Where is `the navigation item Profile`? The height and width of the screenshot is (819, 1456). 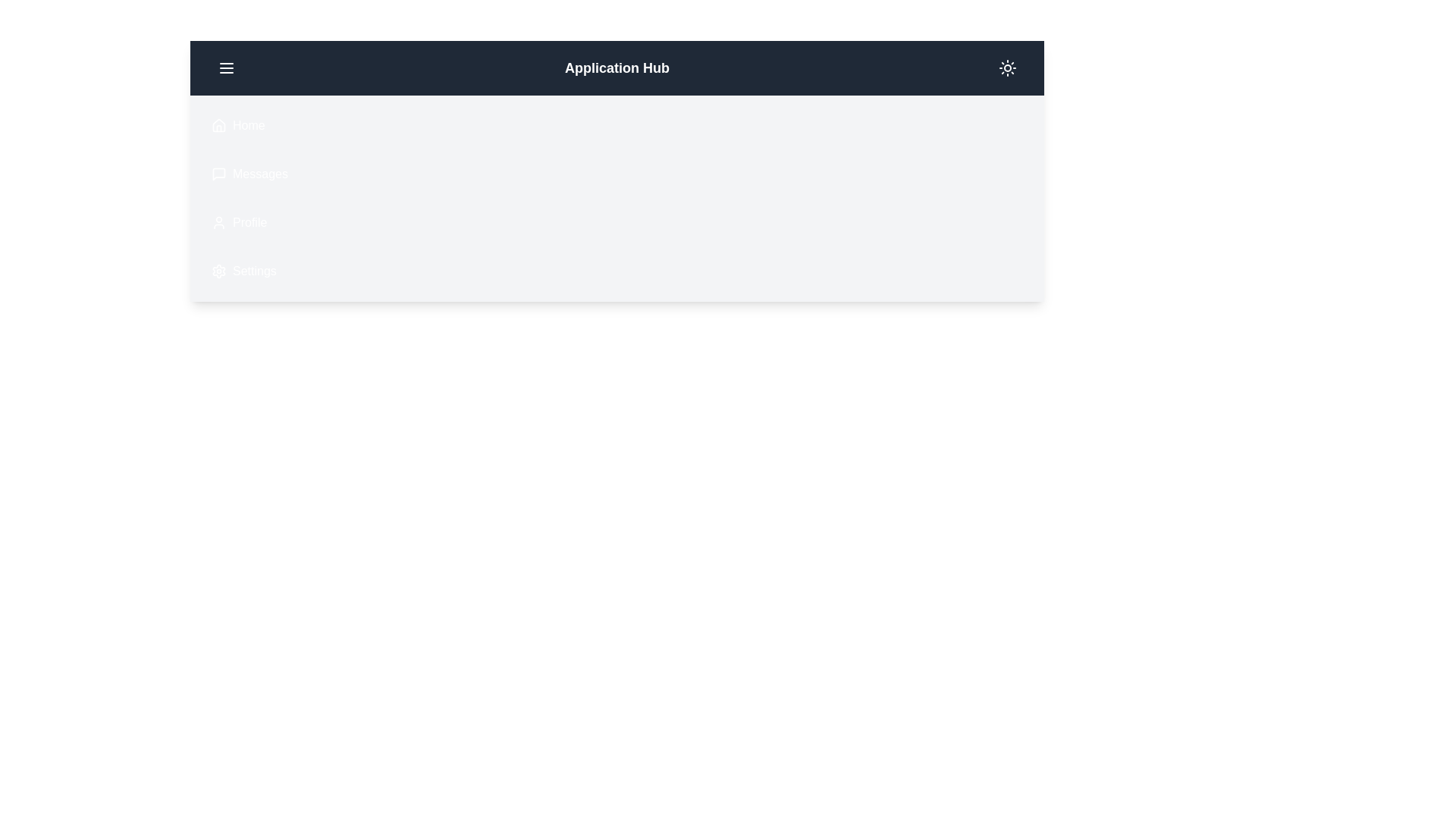
the navigation item Profile is located at coordinates (202, 222).